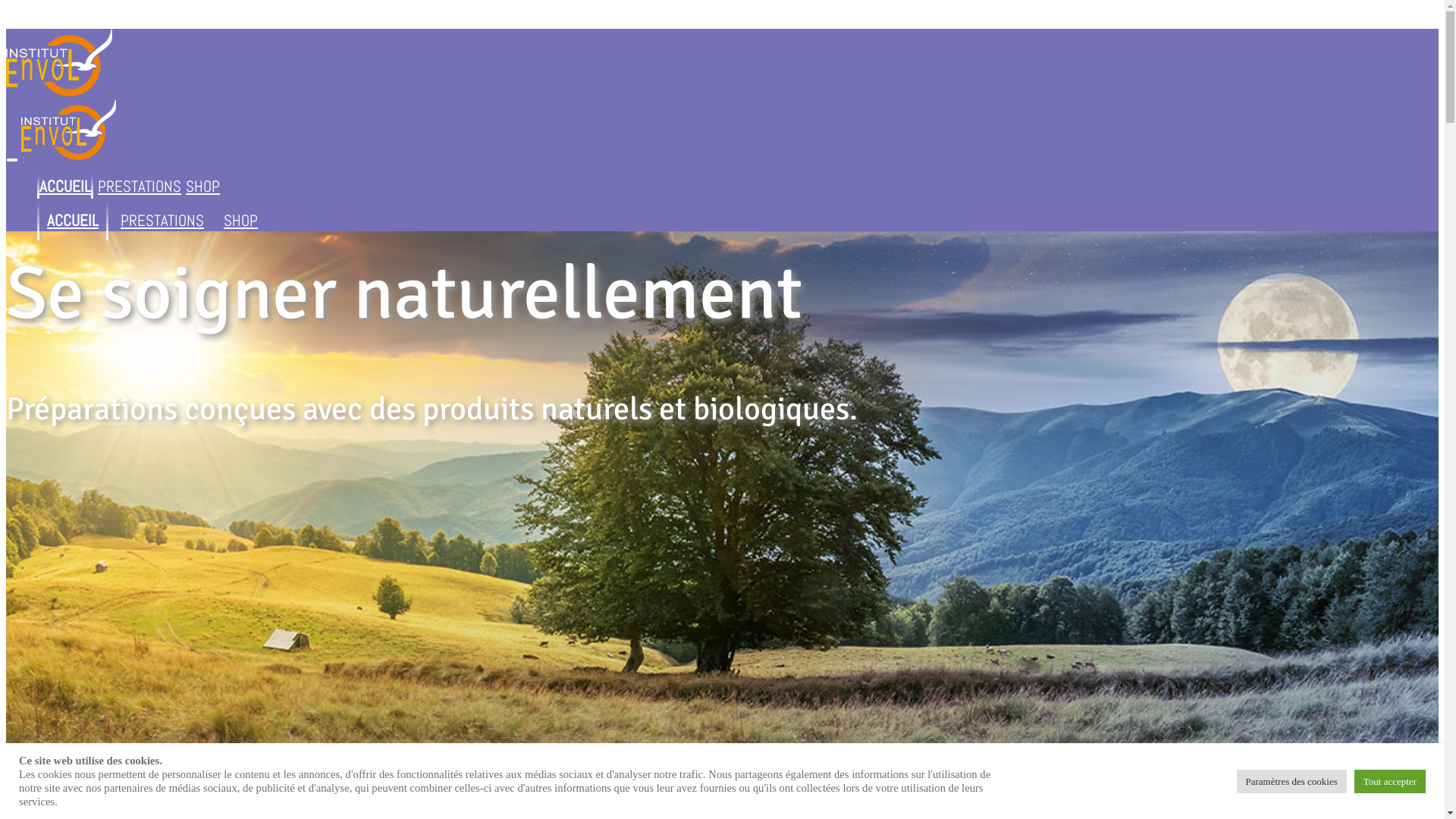 The image size is (1456, 819). I want to click on 'SHOP', so click(184, 185).